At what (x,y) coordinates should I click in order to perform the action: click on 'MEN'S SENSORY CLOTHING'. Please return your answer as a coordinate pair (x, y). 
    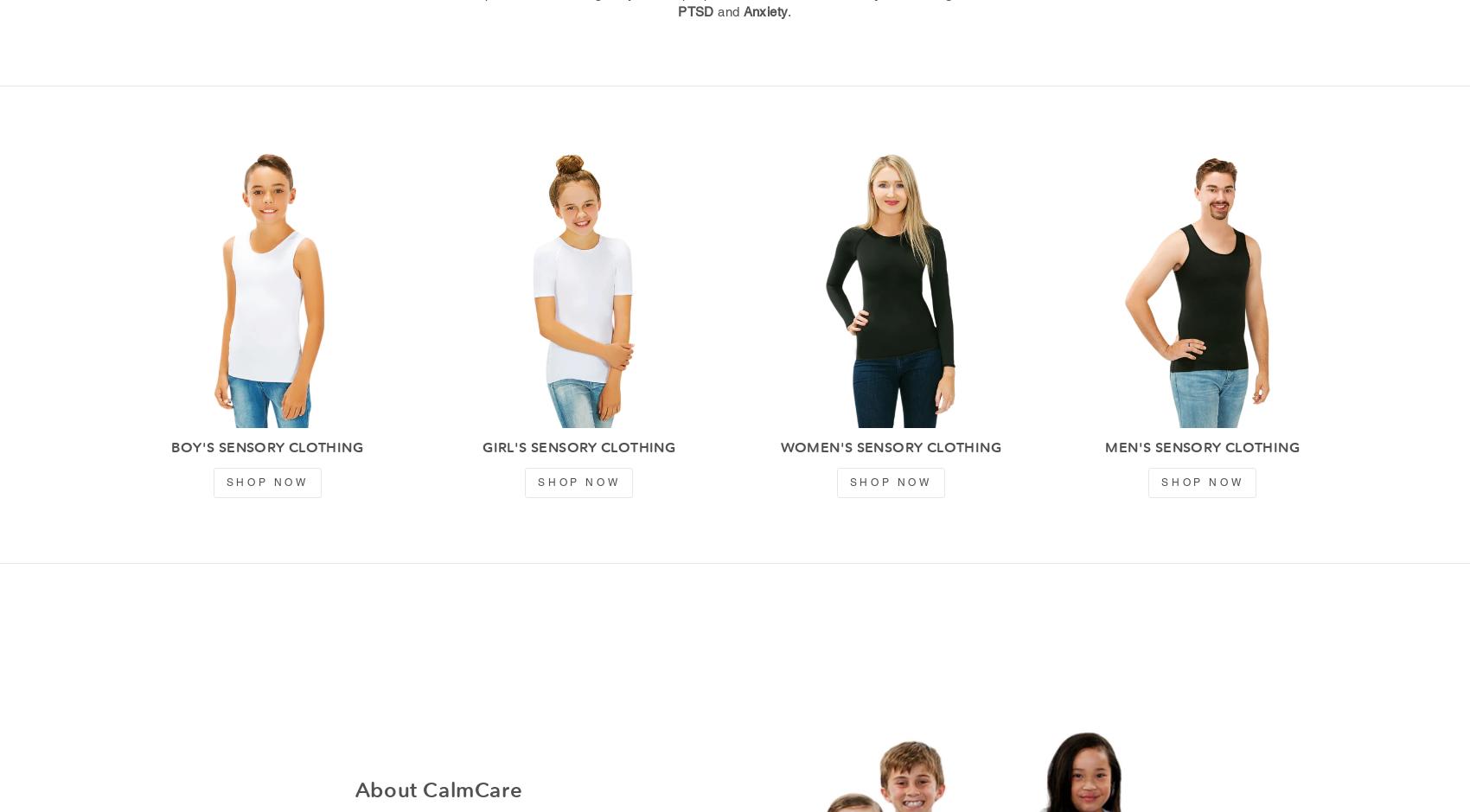
    Looking at the image, I should click on (1201, 447).